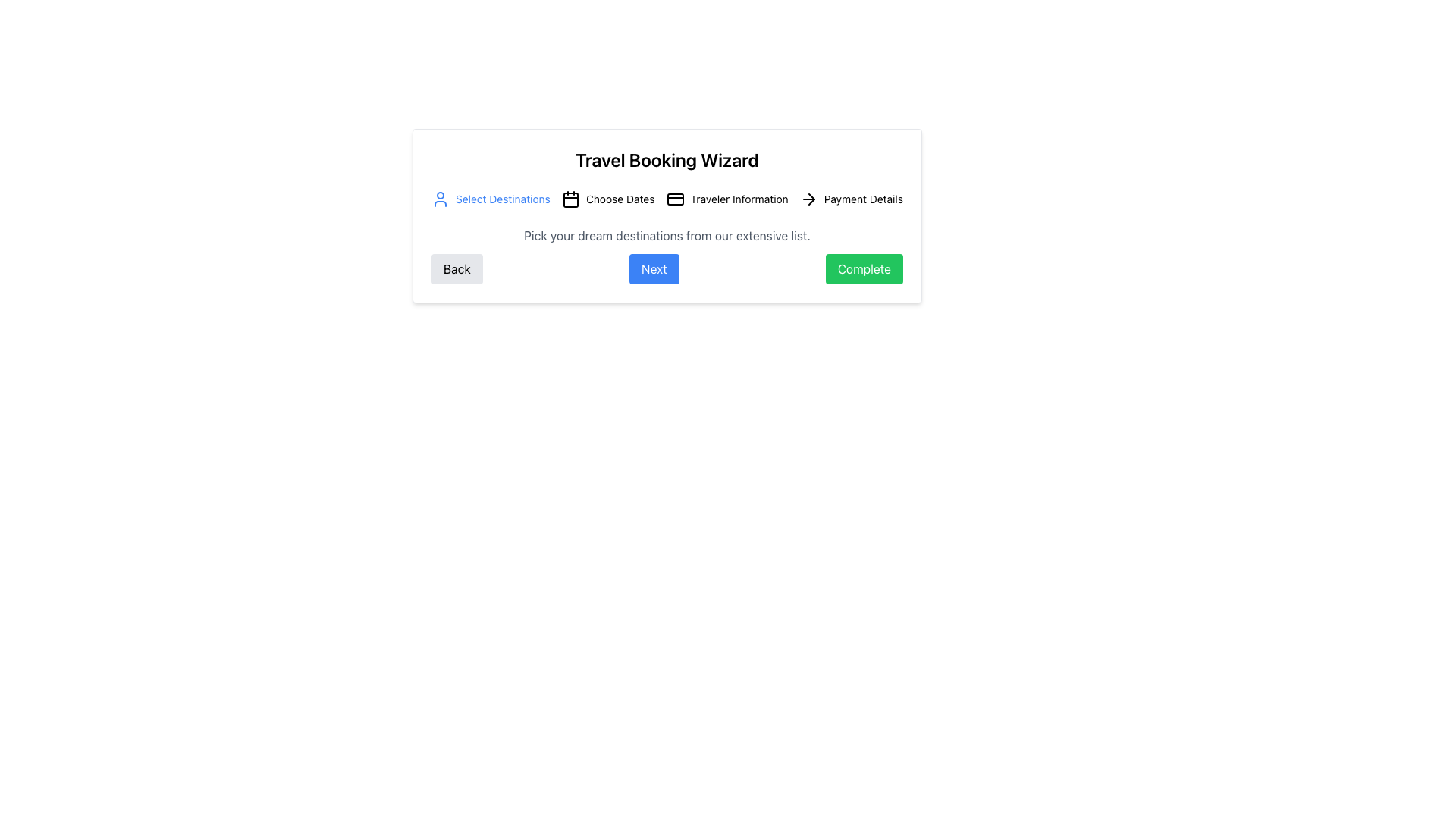  I want to click on the appearance of the icon that serves as a visual indicator for the 'Select Destinations' link, positioned to the left of the link text, so click(439, 198).